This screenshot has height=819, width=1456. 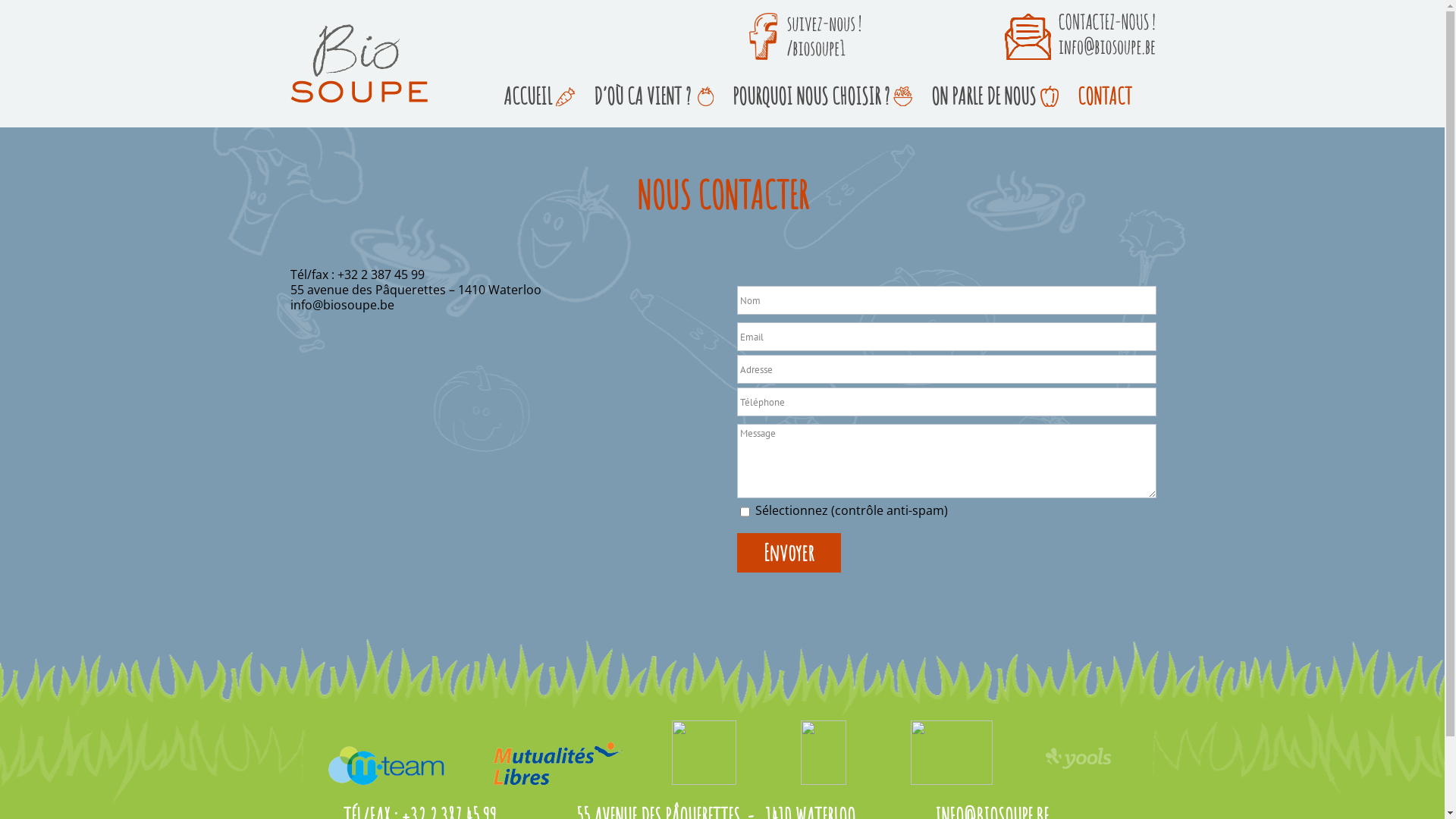 What do you see at coordinates (1077, 758) in the screenshot?
I see `'Yools Website Design'` at bounding box center [1077, 758].